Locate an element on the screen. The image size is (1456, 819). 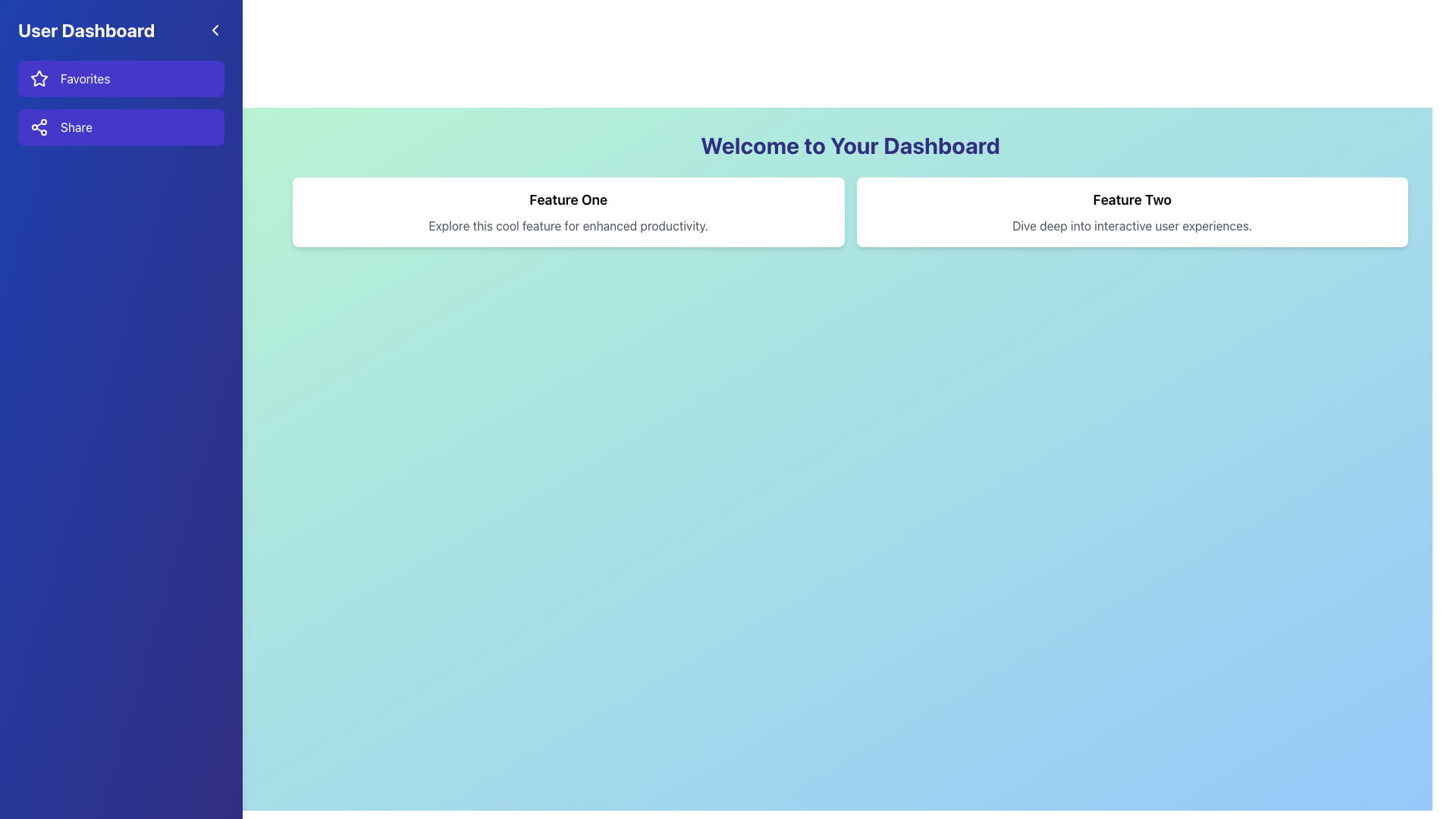
the left-pointing chevron vector graphic icon located near the top of the left panel is located at coordinates (214, 30).